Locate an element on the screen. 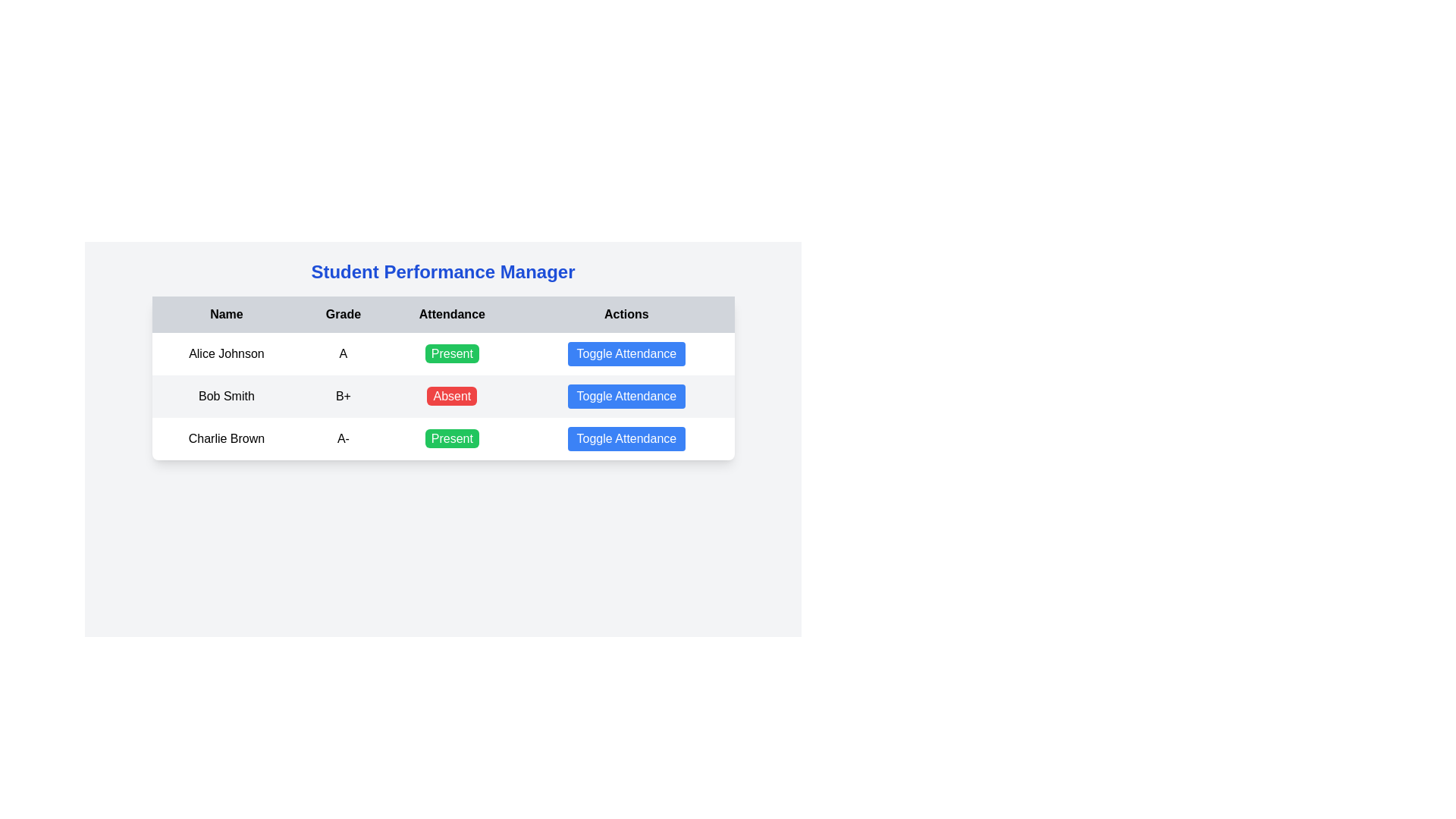 Image resolution: width=1456 pixels, height=819 pixels. the bold, centered label with the text 'Actions', which is located in the top-right section of the table layout against a light gray background is located at coordinates (626, 314).